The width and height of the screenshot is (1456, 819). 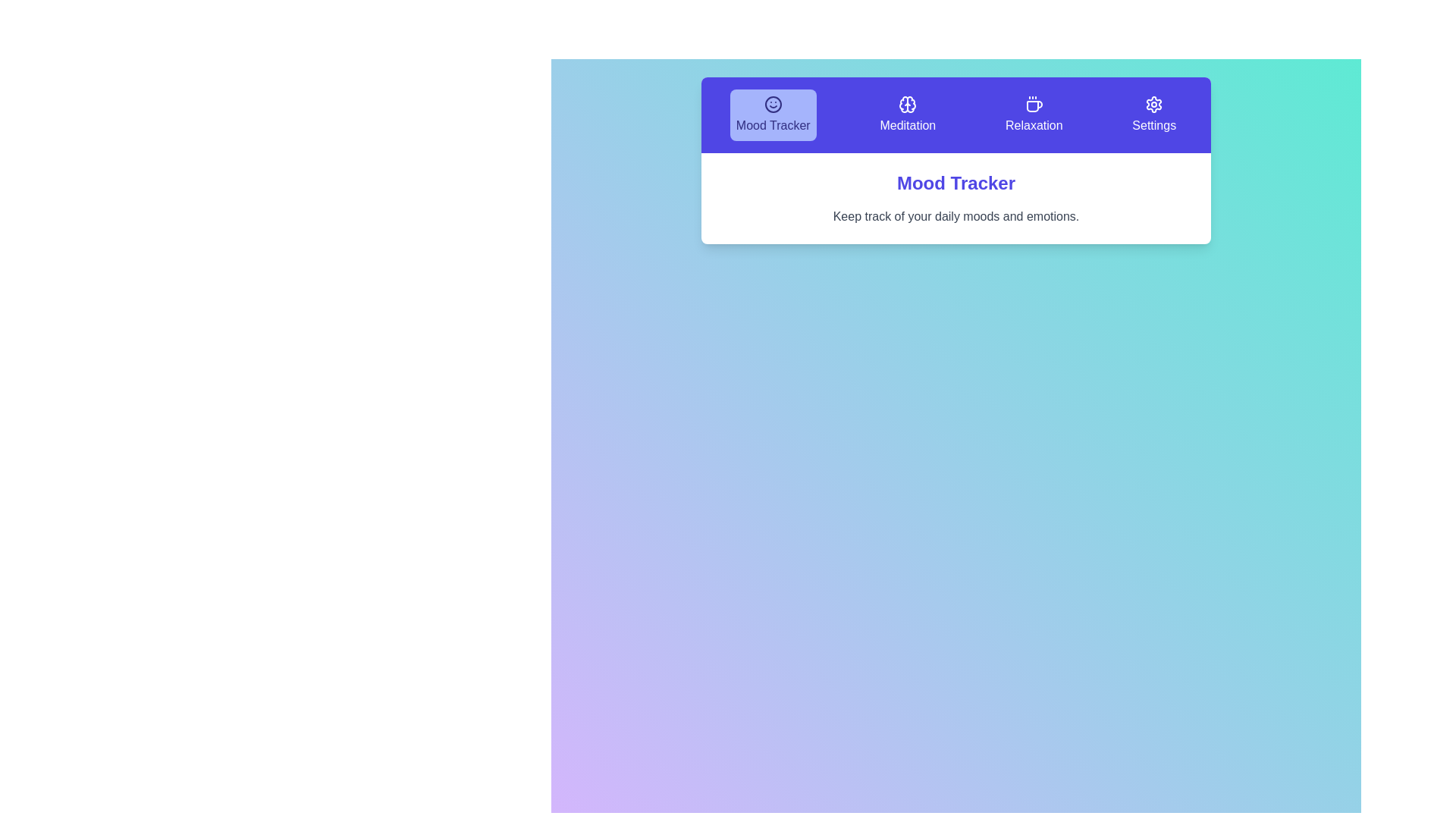 I want to click on the Meditation button in the horizontal menu bar to trigger visual effects, so click(x=908, y=114).